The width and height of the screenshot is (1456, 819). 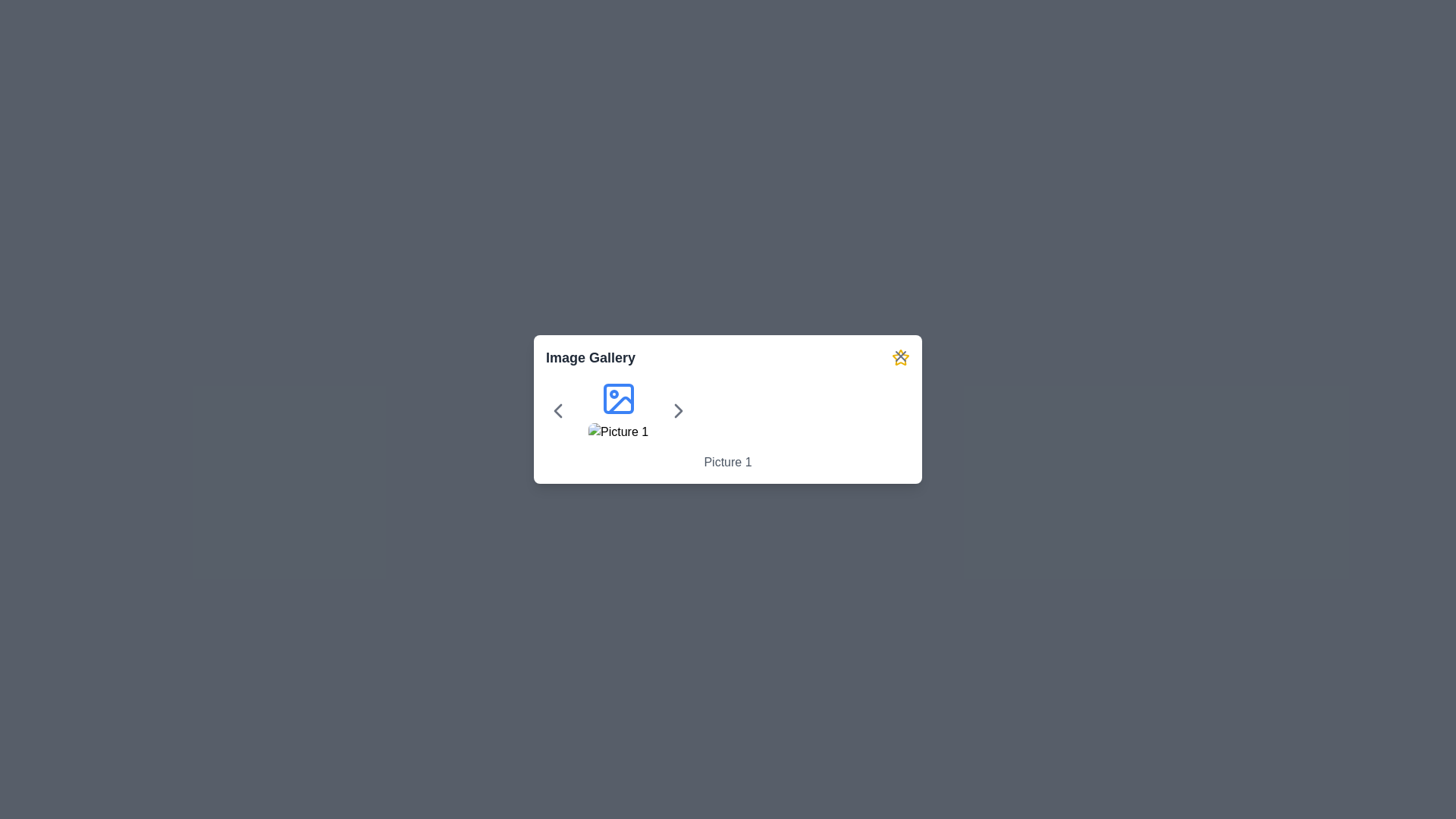 I want to click on the top-most SVG element located in the modal dialog box titled 'Image Gallery', which visually represents an image or image-related action, so click(x=618, y=397).